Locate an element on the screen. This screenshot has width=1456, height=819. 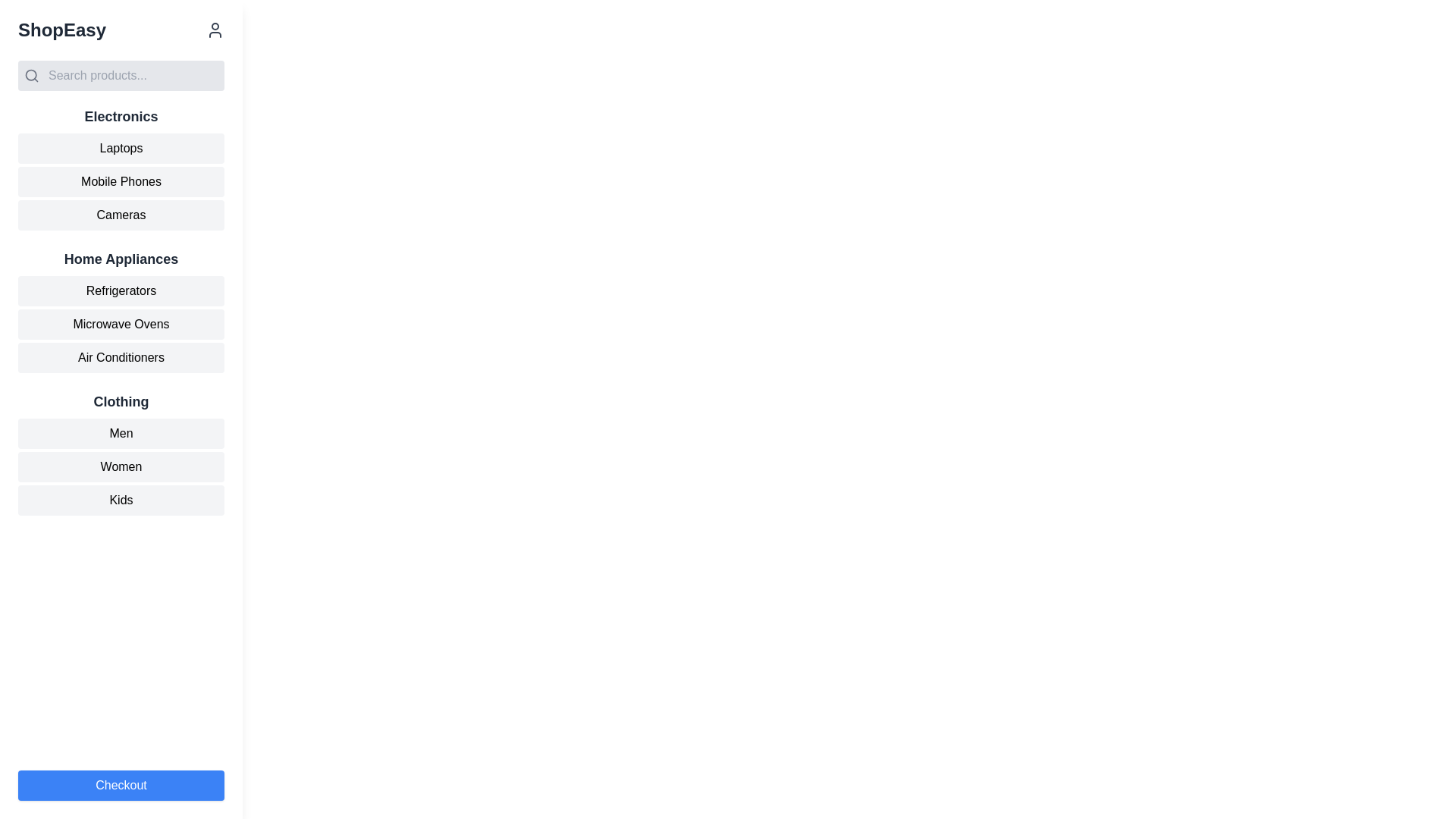
the static text display element representing the branding 'ShopEasy', which is positioned at the top left of the application interface is located at coordinates (61, 30).